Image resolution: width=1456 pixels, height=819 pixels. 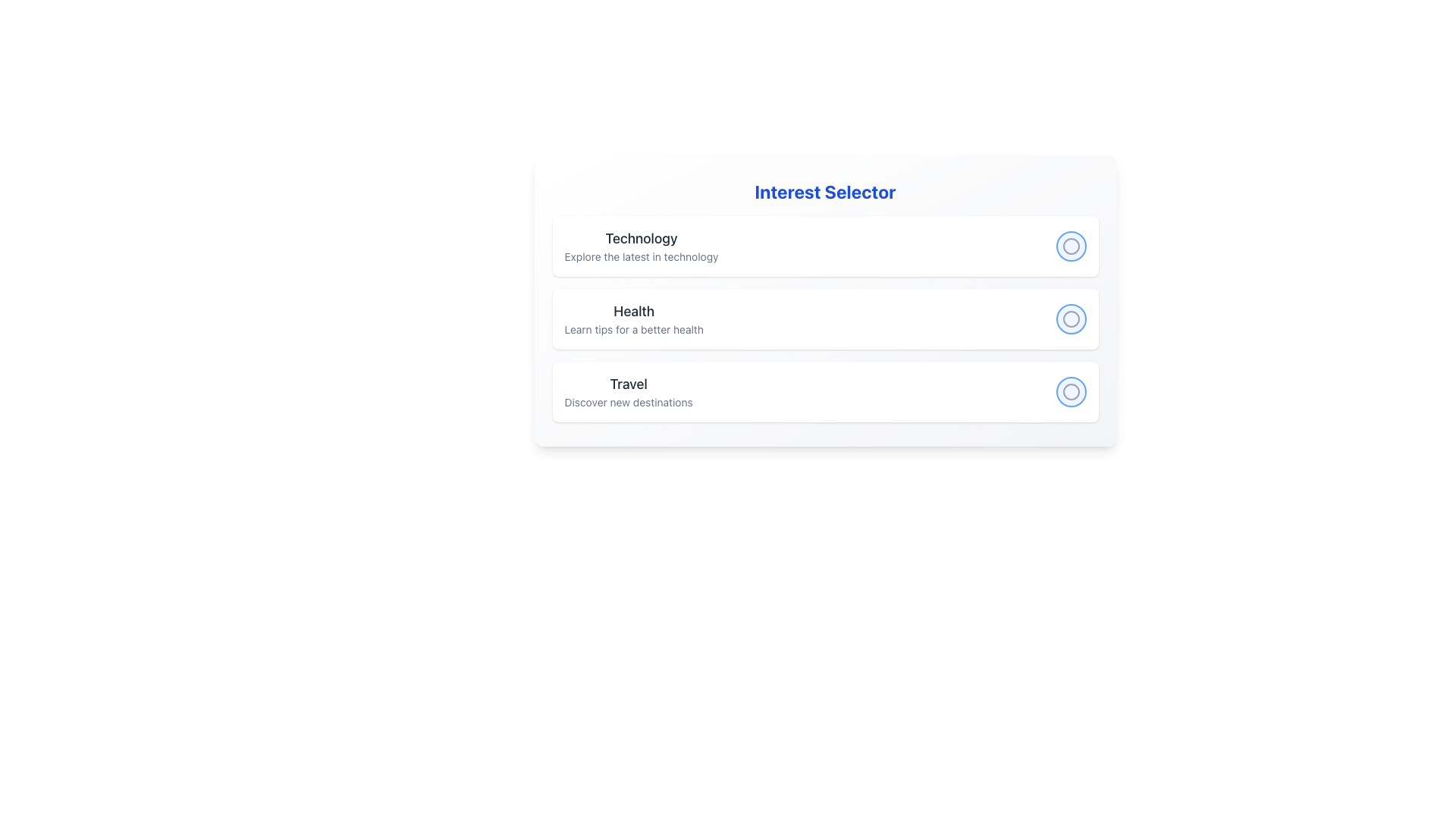 I want to click on the circular radio button with a light blue background located to the far right of the 'Technology' card in the interest selection panel, so click(x=1070, y=245).